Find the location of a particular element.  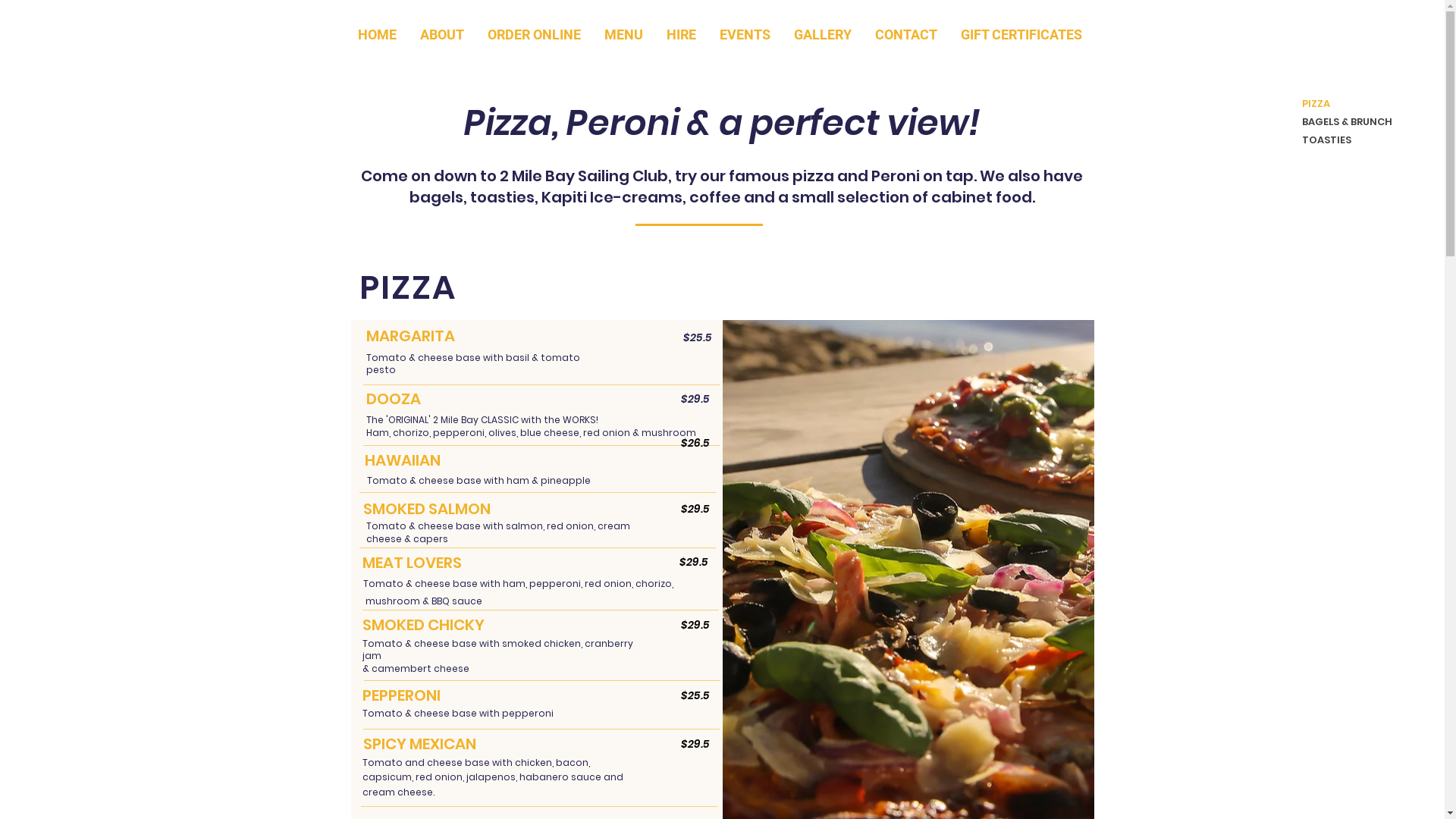

'BAGELS & BRUNCH' is located at coordinates (1340, 121).